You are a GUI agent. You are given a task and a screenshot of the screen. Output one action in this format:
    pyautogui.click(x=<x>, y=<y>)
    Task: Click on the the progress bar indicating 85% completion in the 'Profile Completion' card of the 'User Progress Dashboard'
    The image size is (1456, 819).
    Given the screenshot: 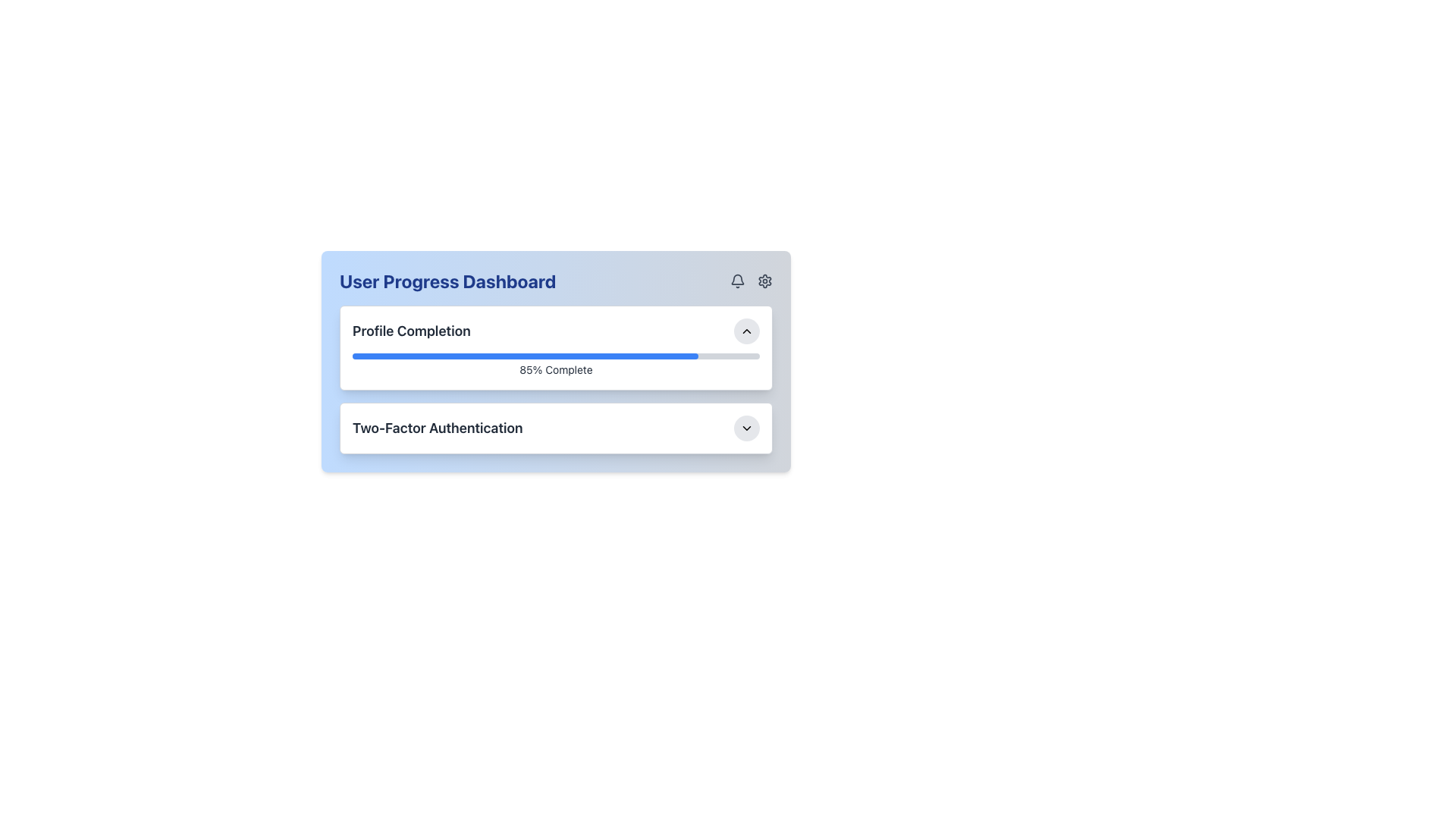 What is the action you would take?
    pyautogui.click(x=555, y=366)
    